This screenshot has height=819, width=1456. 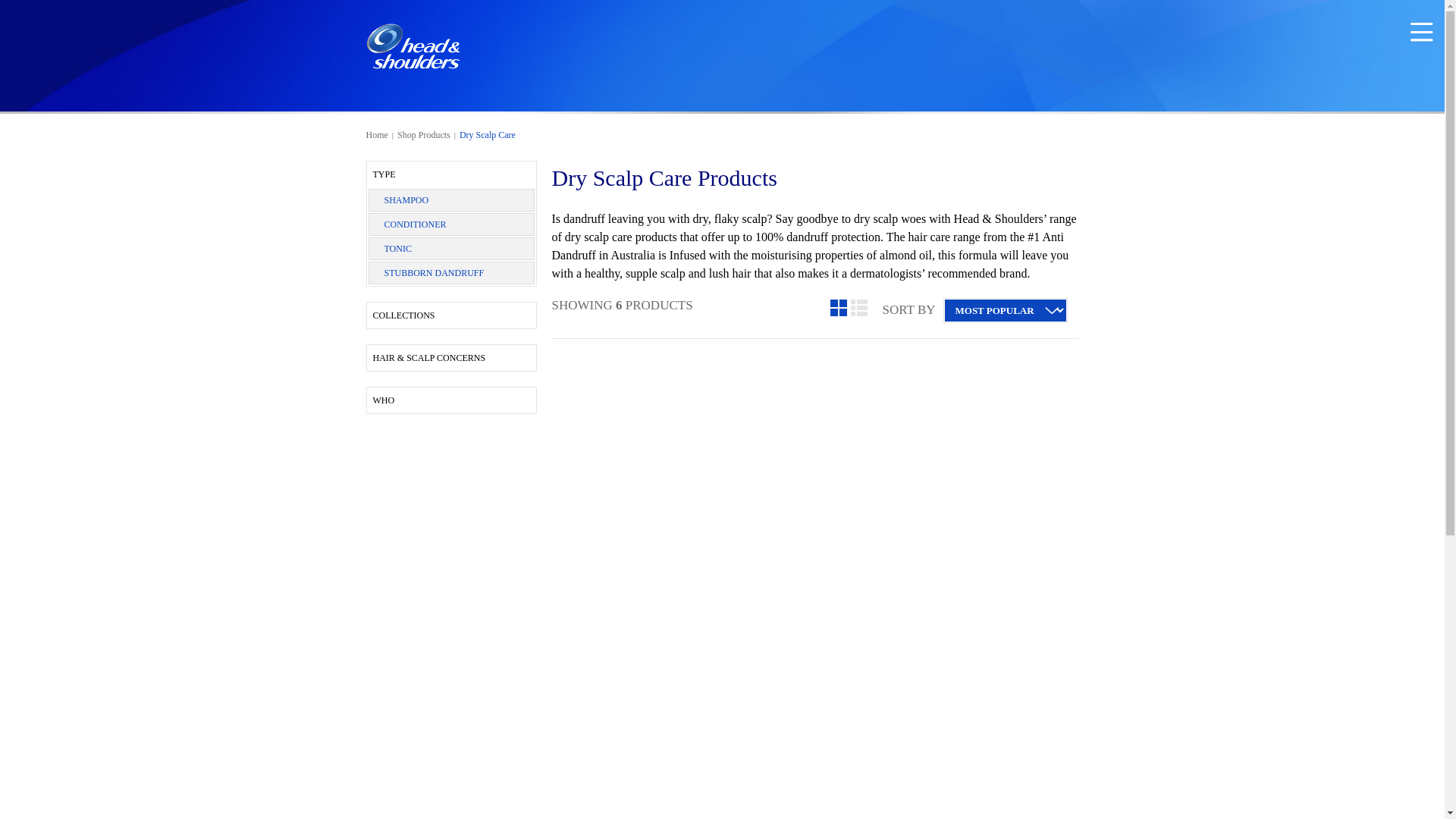 What do you see at coordinates (376, 133) in the screenshot?
I see `'Home'` at bounding box center [376, 133].